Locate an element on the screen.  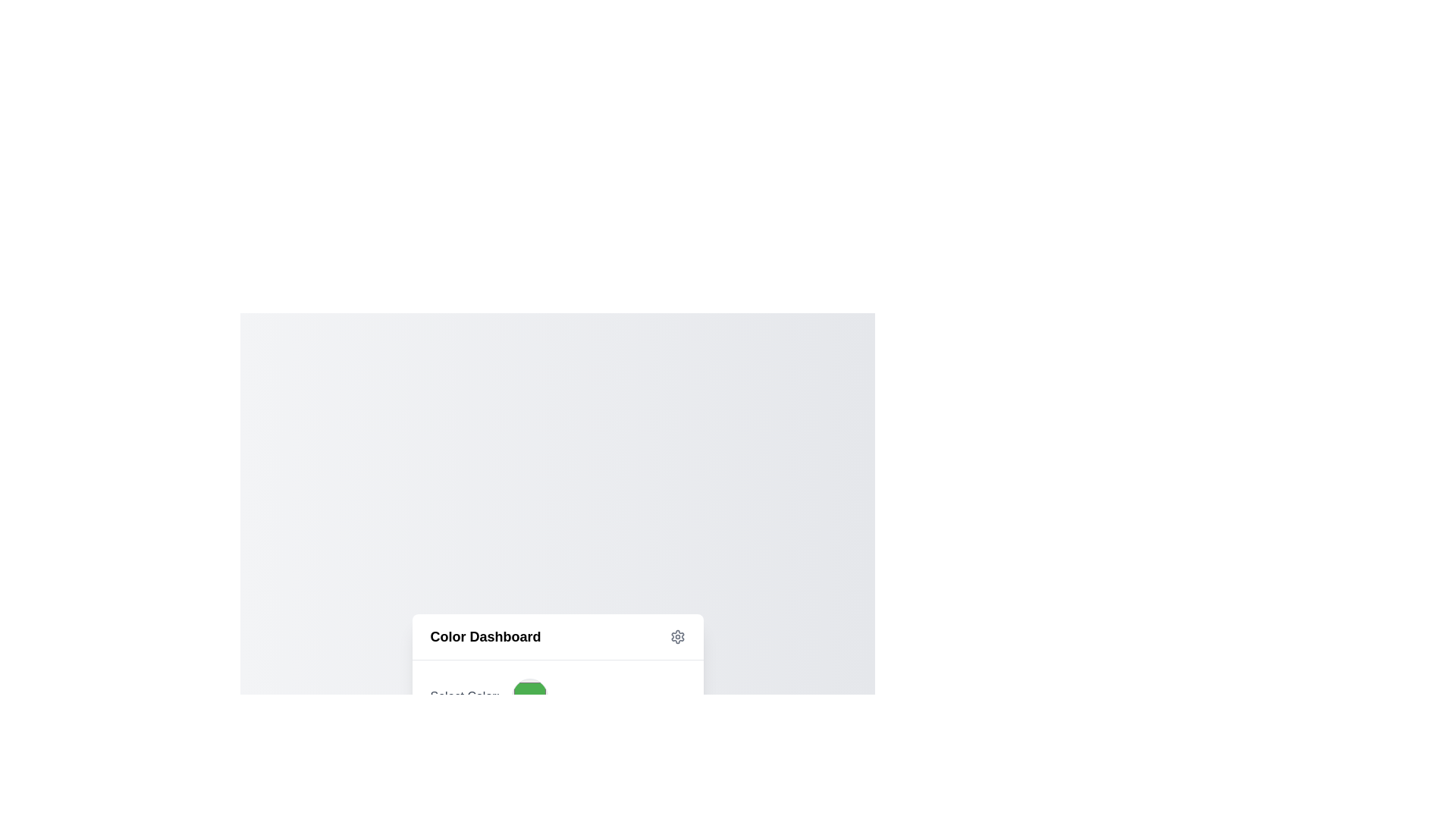
the settings icon located at the top-right corner of the 'Color Dashboard' card is located at coordinates (676, 637).